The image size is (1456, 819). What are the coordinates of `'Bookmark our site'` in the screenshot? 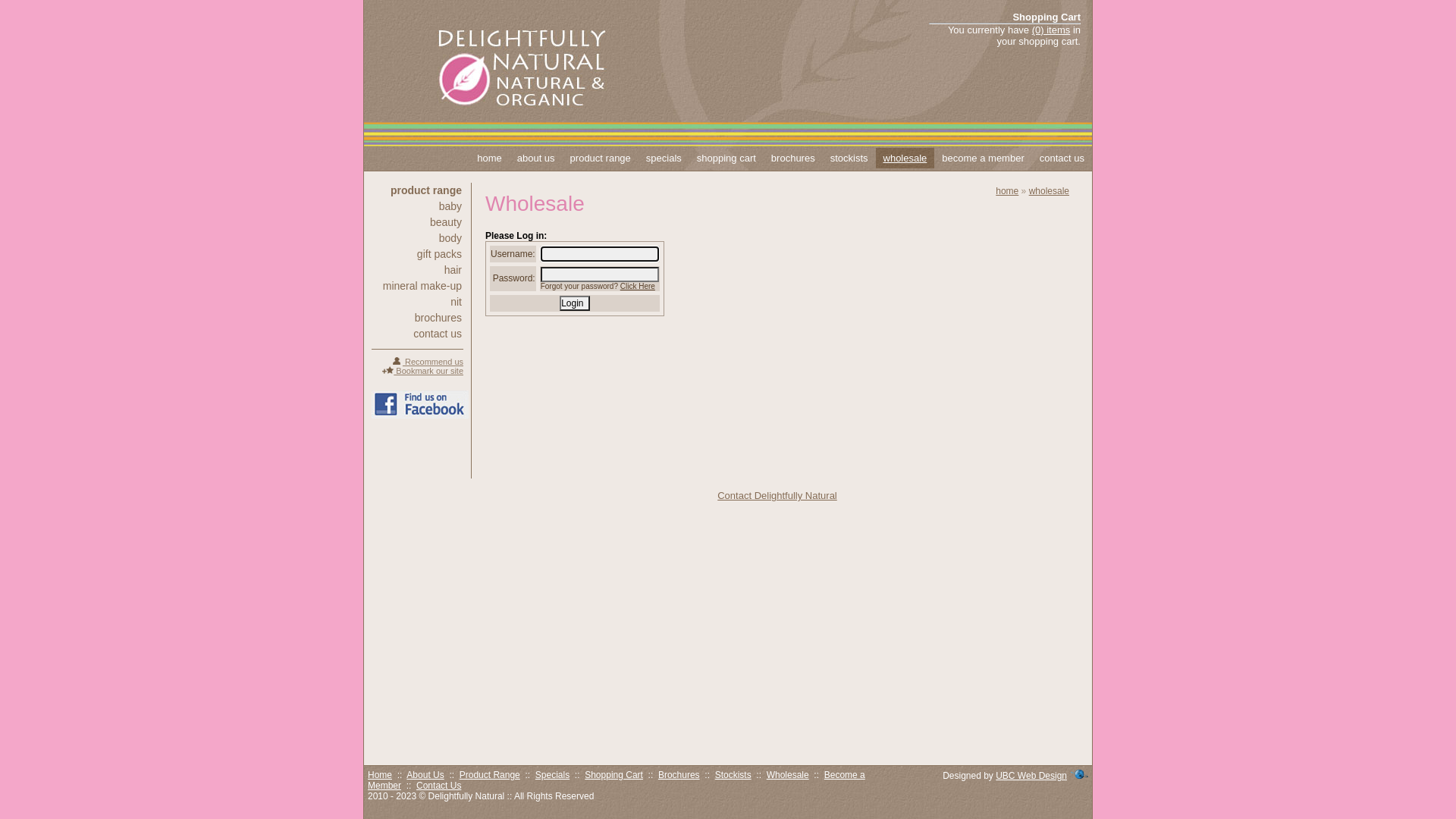 It's located at (422, 371).